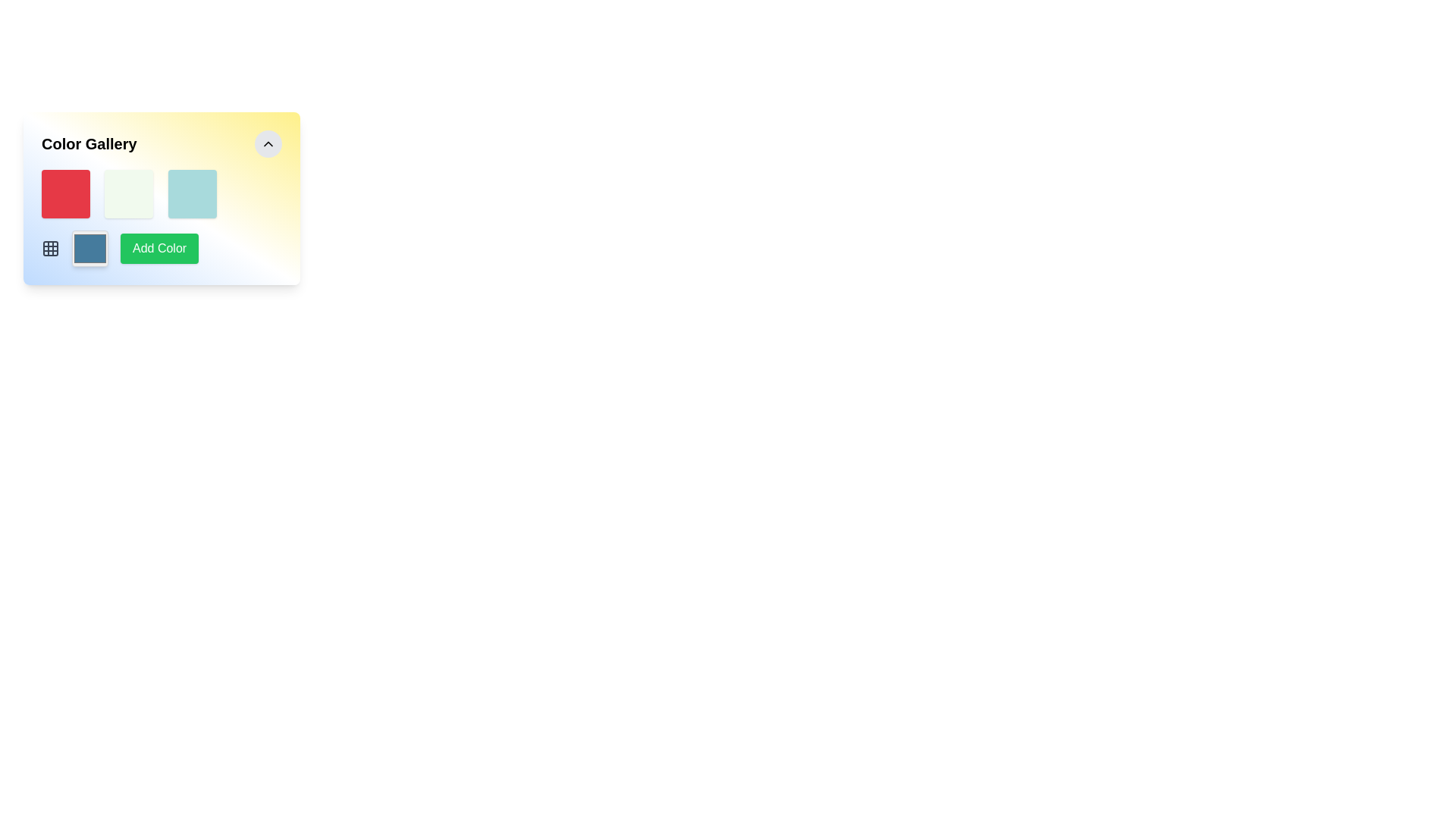  Describe the element at coordinates (51, 247) in the screenshot. I see `the top-left cell of the grid icon in the 'Color Gallery' card, which is a small square shape with a dark background and rounded corners` at that location.